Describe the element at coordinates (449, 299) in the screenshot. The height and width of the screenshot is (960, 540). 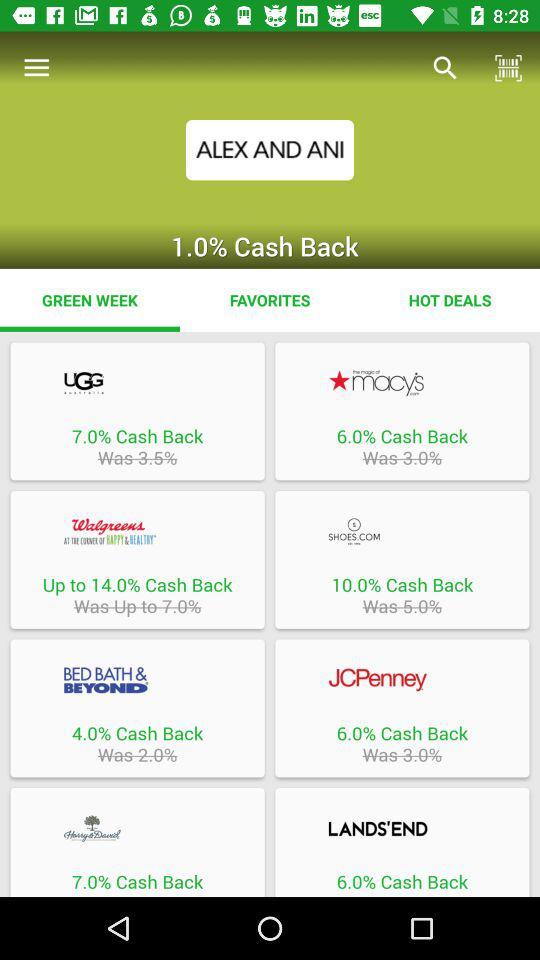
I see `item to the right of the favorites` at that location.